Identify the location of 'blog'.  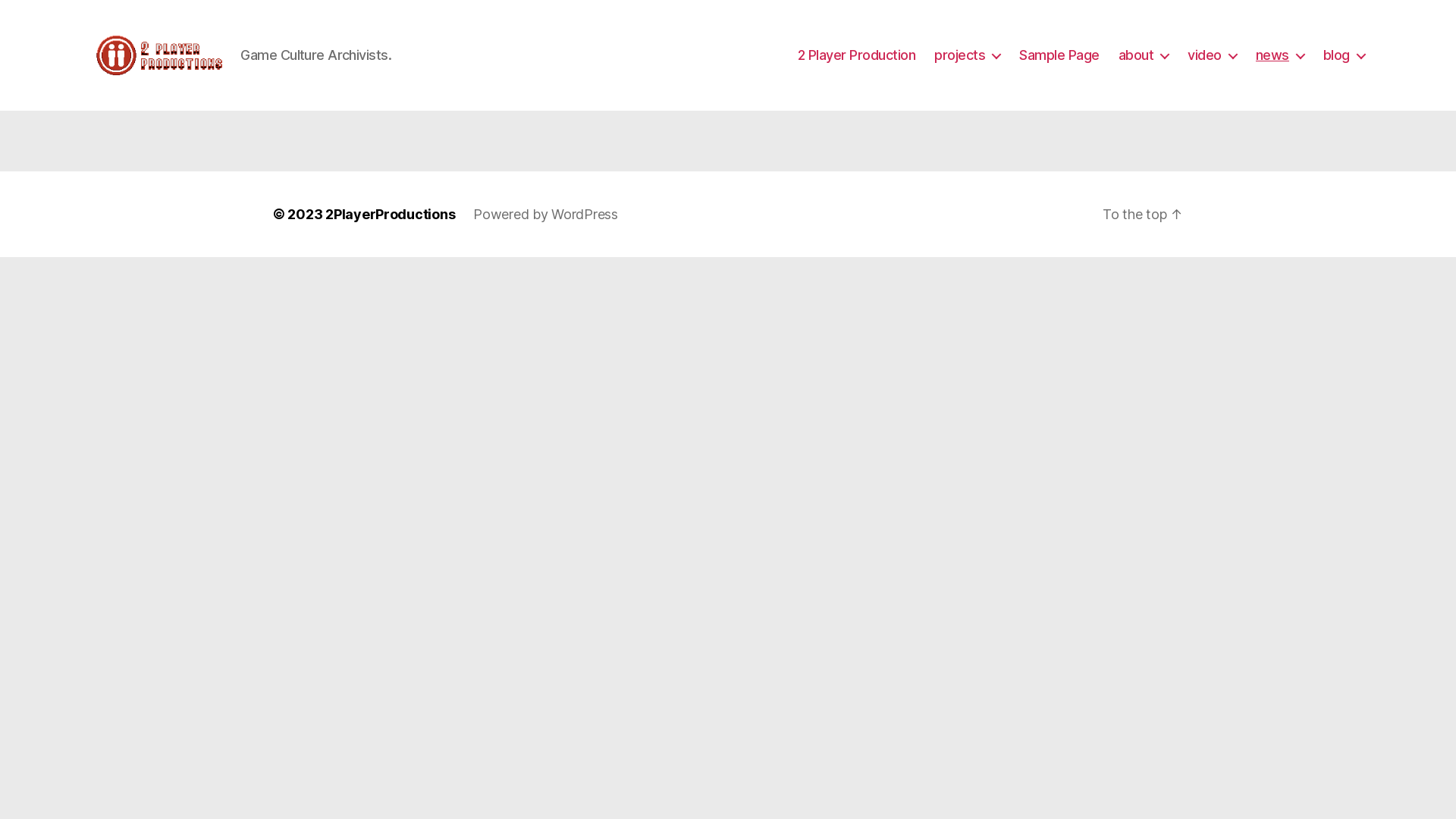
(1323, 55).